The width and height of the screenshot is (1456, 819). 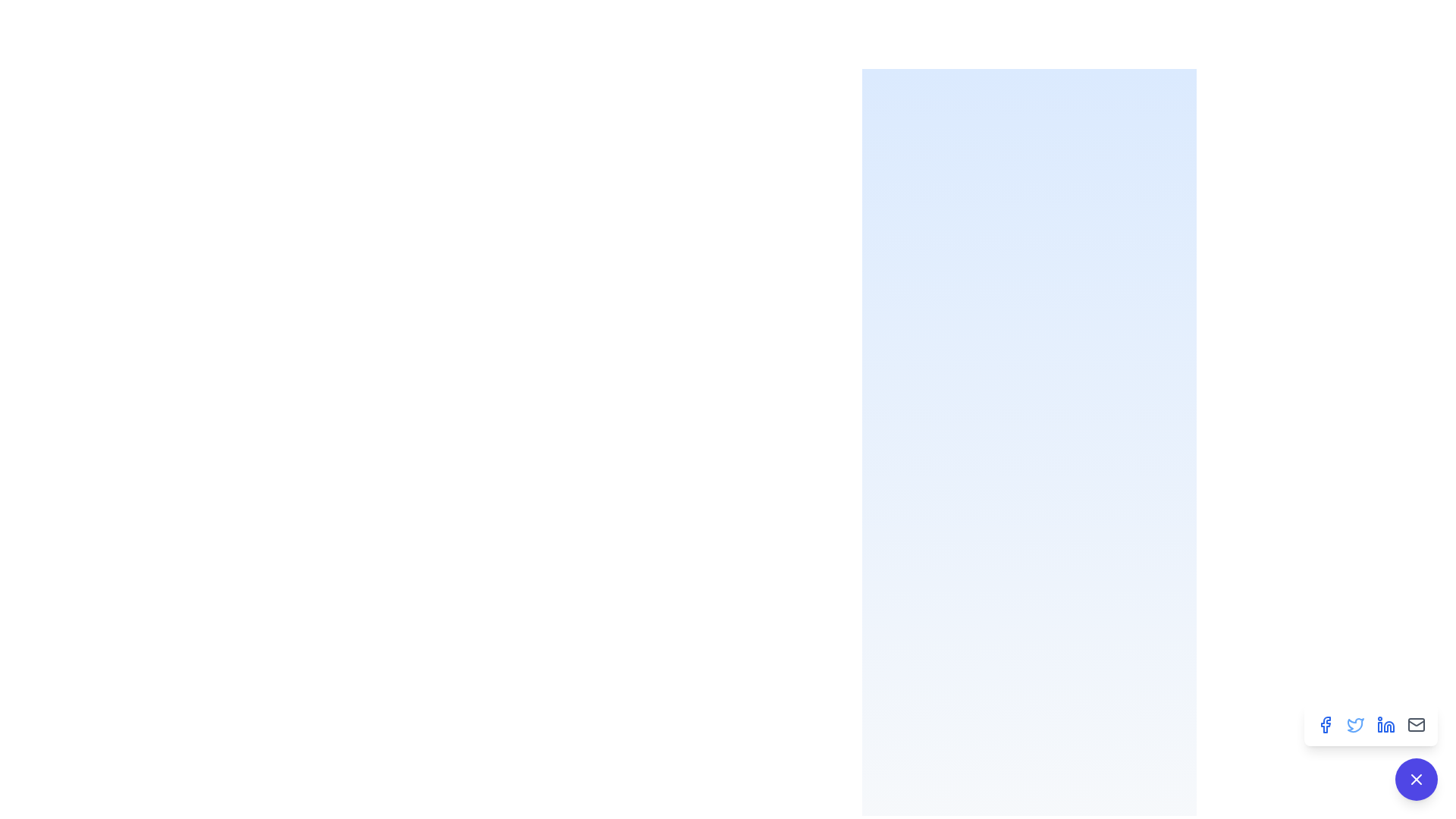 I want to click on the SVG-based 'X' icon in the bottom-right corner, so click(x=1415, y=780).